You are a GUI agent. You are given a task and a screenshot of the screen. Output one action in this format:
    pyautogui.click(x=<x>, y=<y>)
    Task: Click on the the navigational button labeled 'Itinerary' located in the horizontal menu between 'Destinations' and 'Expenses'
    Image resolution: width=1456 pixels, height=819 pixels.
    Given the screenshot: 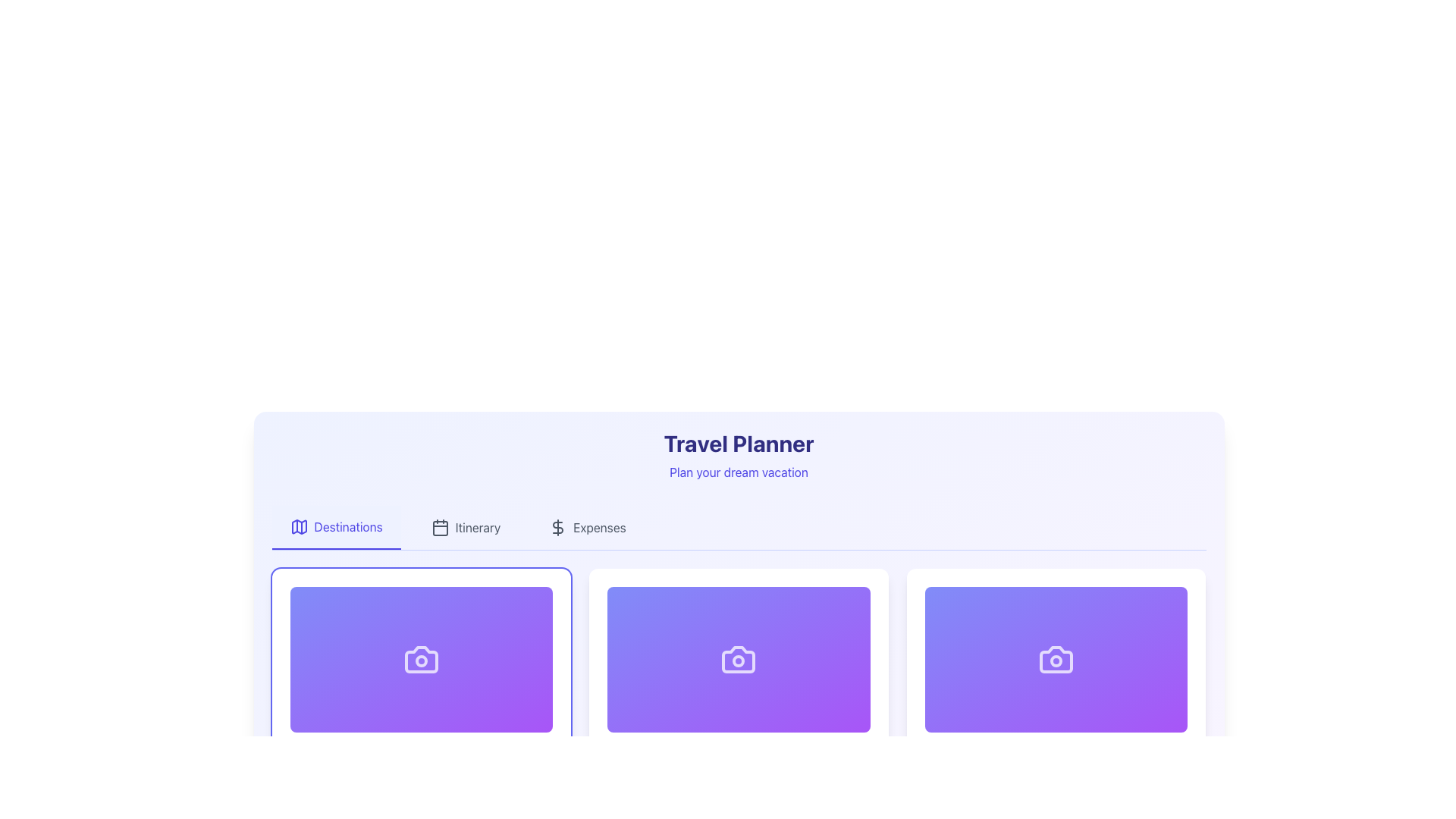 What is the action you would take?
    pyautogui.click(x=465, y=526)
    